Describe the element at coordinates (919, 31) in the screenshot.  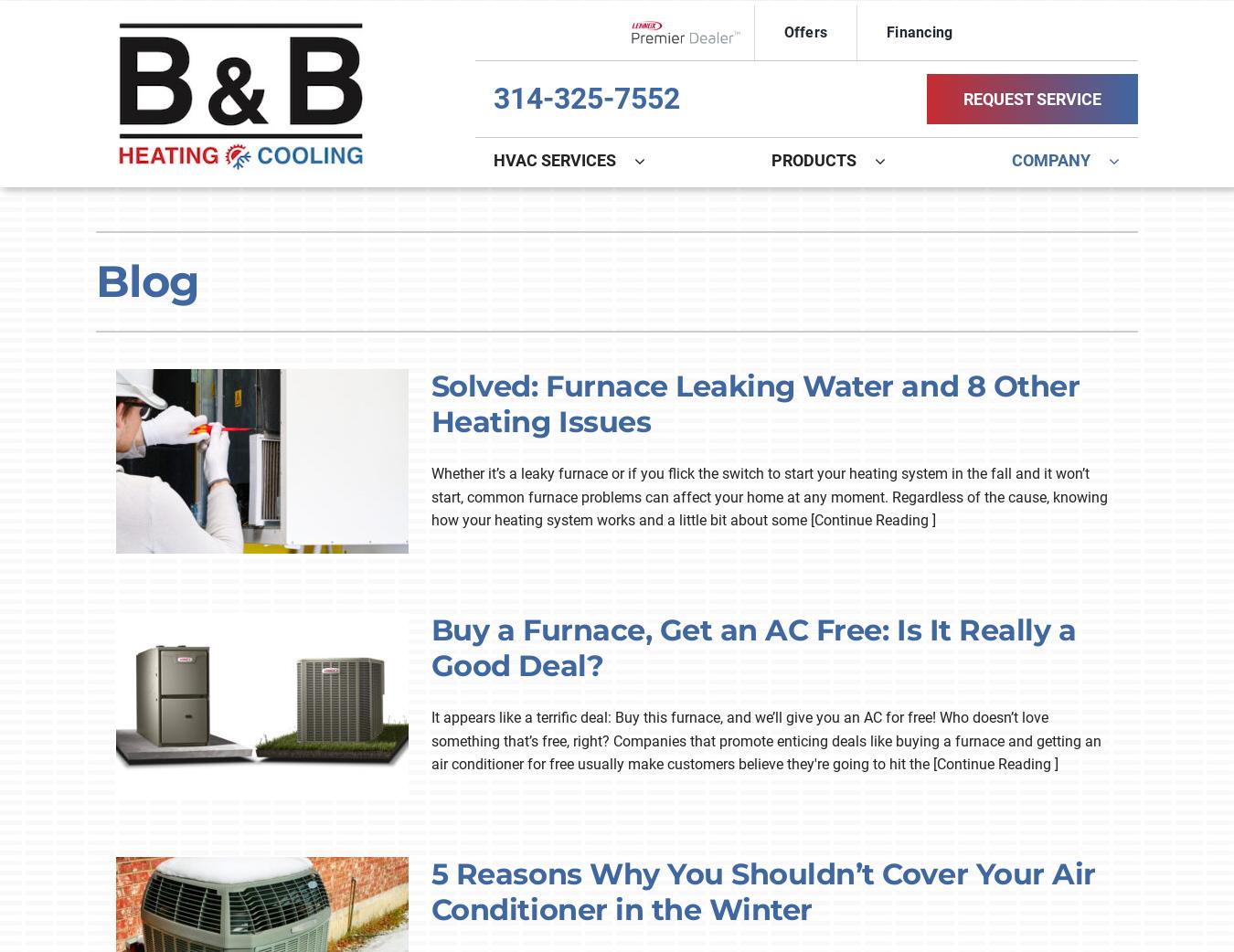
I see `'Financing'` at that location.